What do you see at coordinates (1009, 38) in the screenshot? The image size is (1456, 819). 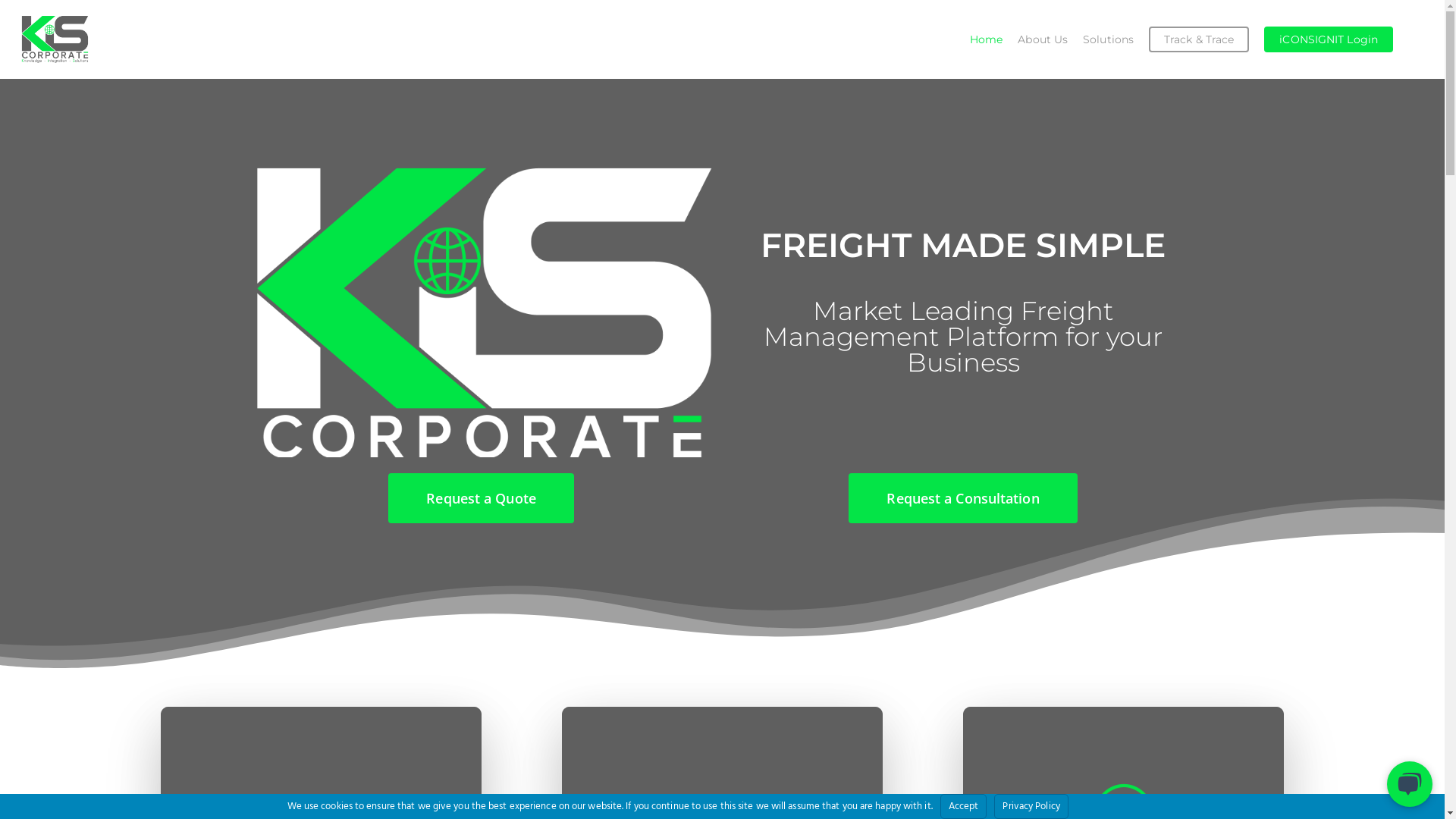 I see `'About Us'` at bounding box center [1009, 38].